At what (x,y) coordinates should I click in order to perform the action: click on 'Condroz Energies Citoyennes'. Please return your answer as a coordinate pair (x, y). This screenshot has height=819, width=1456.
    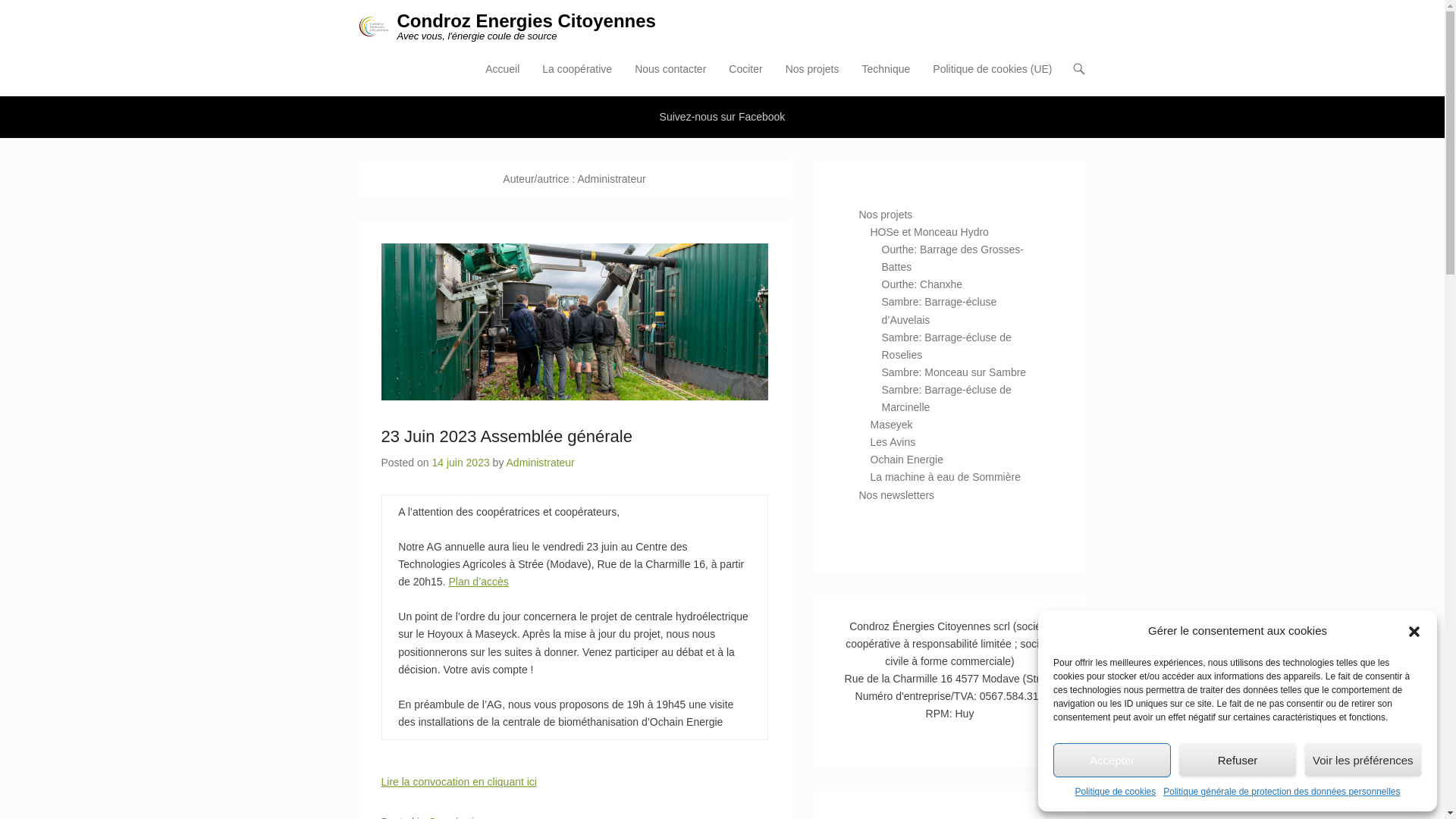
    Looking at the image, I should click on (526, 20).